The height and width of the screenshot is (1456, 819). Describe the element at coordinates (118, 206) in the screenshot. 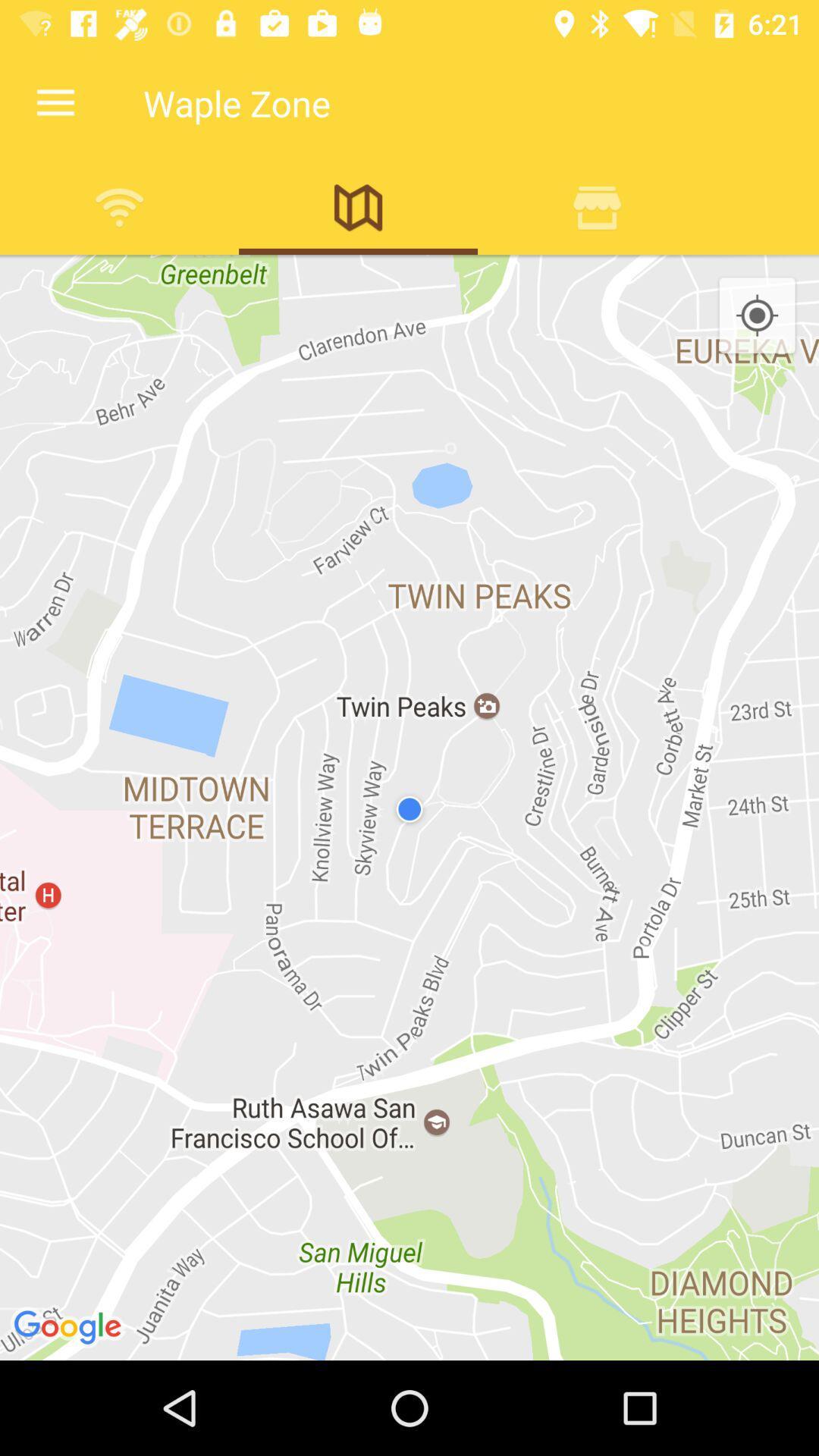

I see `hotspots` at that location.